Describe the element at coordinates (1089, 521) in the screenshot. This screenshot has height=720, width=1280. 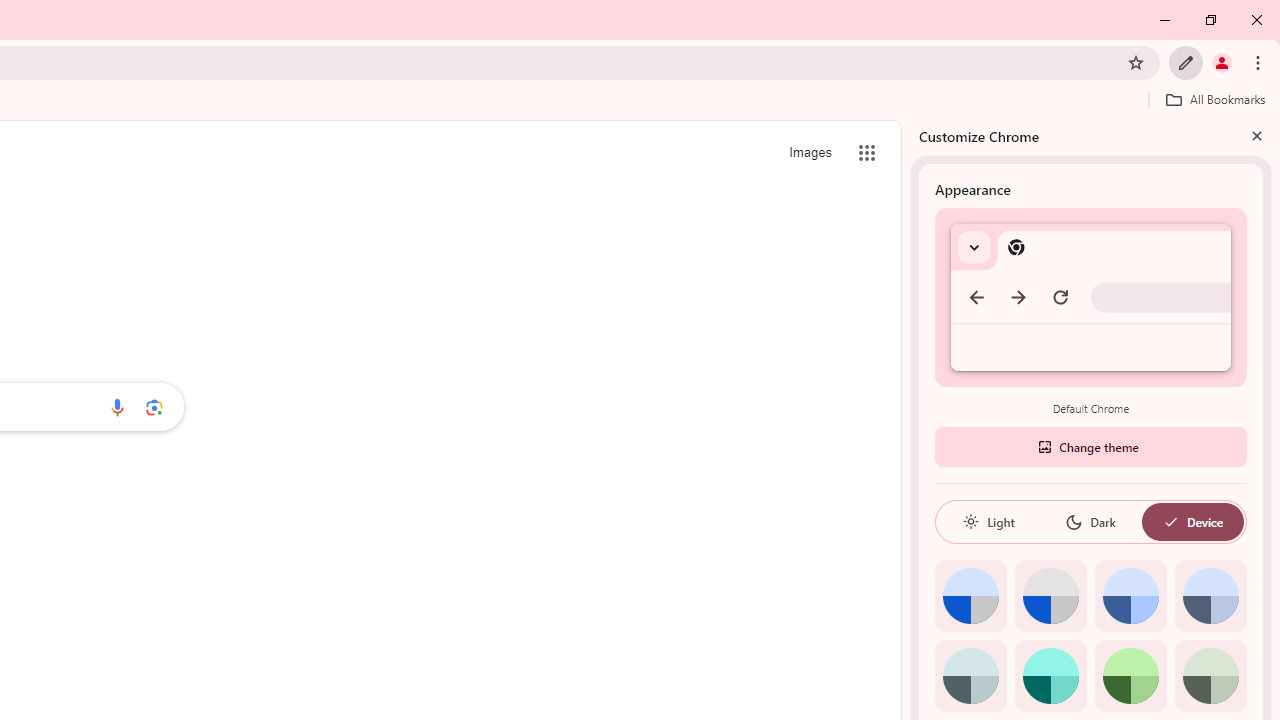
I see `'Dark'` at that location.